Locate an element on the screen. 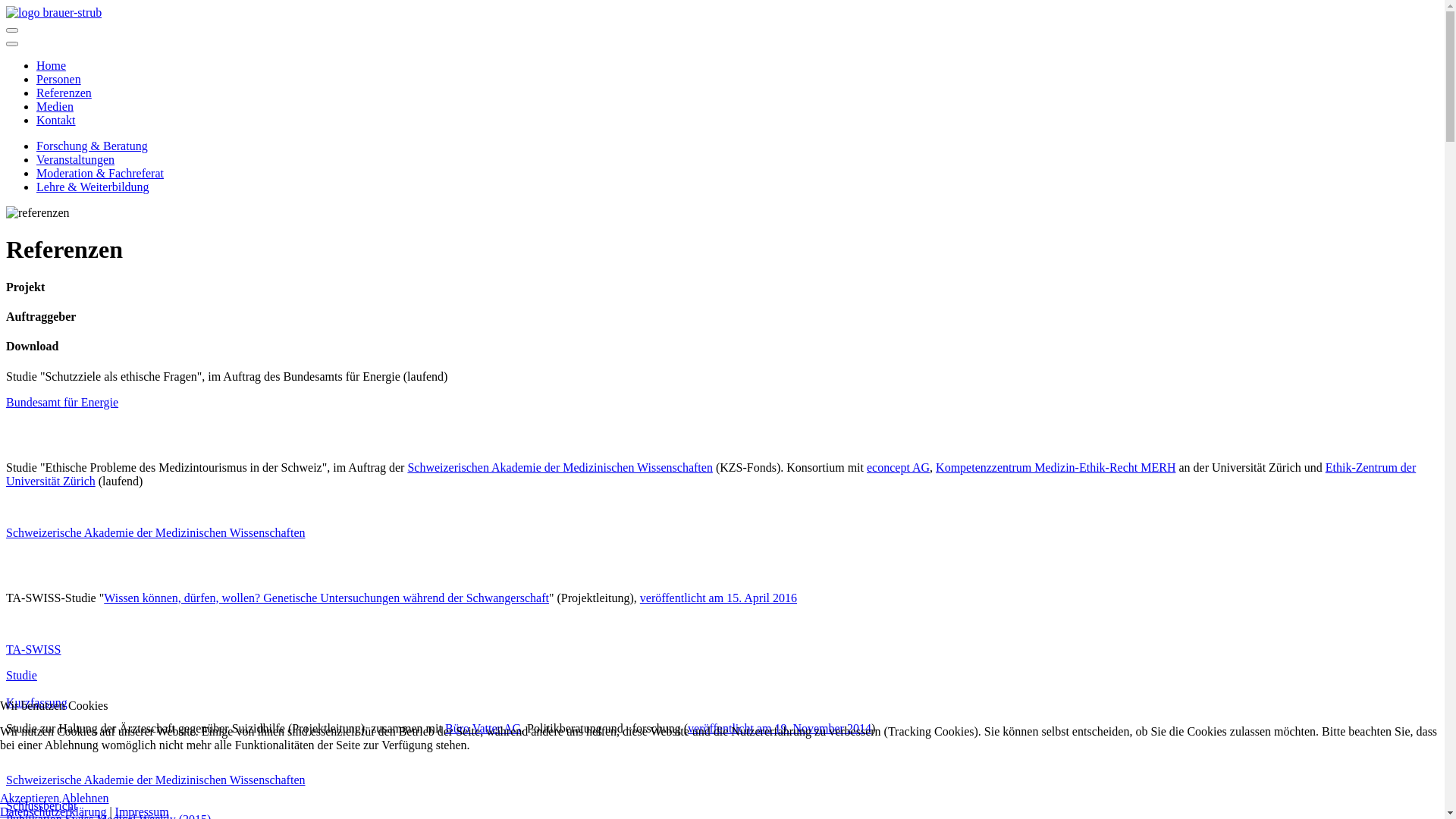 This screenshot has width=1456, height=819. 'Kontakt' is located at coordinates (55, 119).